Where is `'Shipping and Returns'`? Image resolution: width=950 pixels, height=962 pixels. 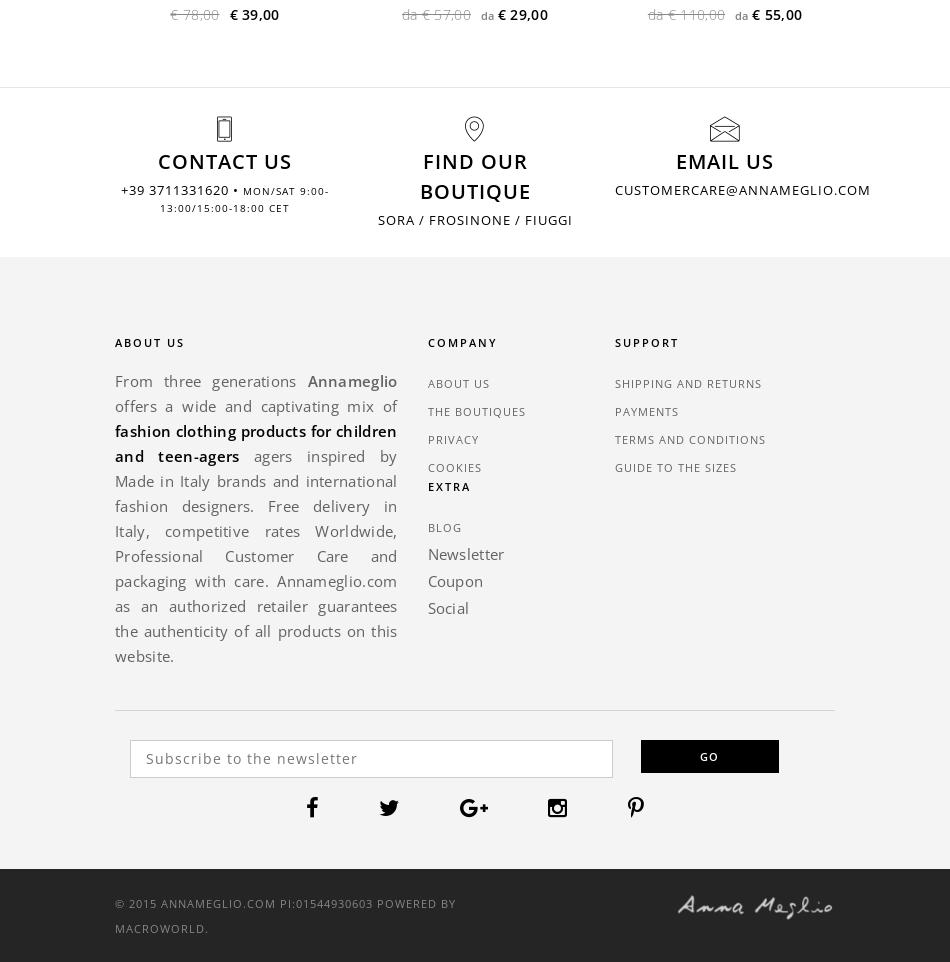
'Shipping and Returns' is located at coordinates (688, 382).